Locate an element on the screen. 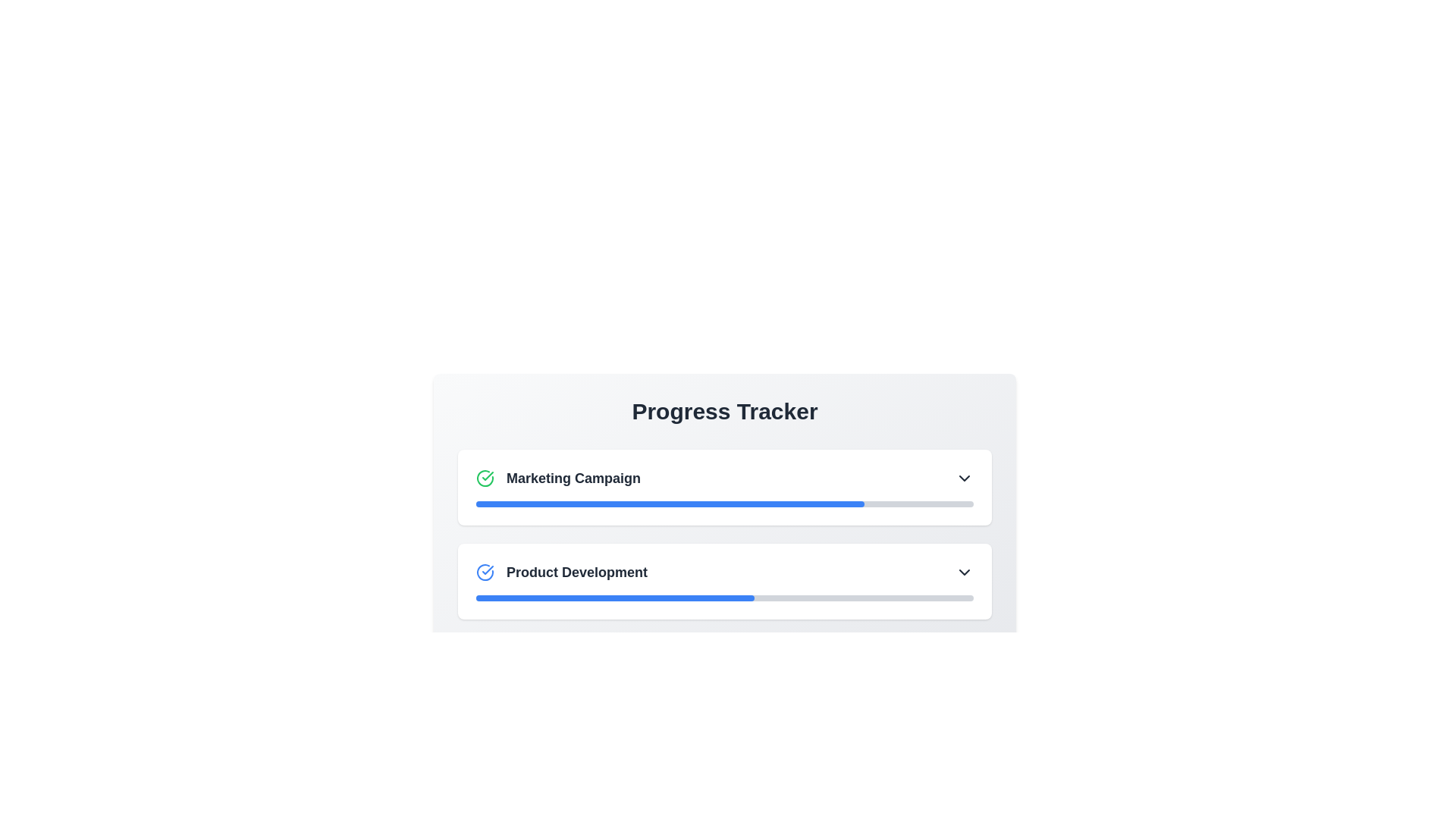 The width and height of the screenshot is (1456, 819). the progress bar indicating the progress of the 'Marketing Campaign' under the 'Progress Tracker' section is located at coordinates (669, 504).